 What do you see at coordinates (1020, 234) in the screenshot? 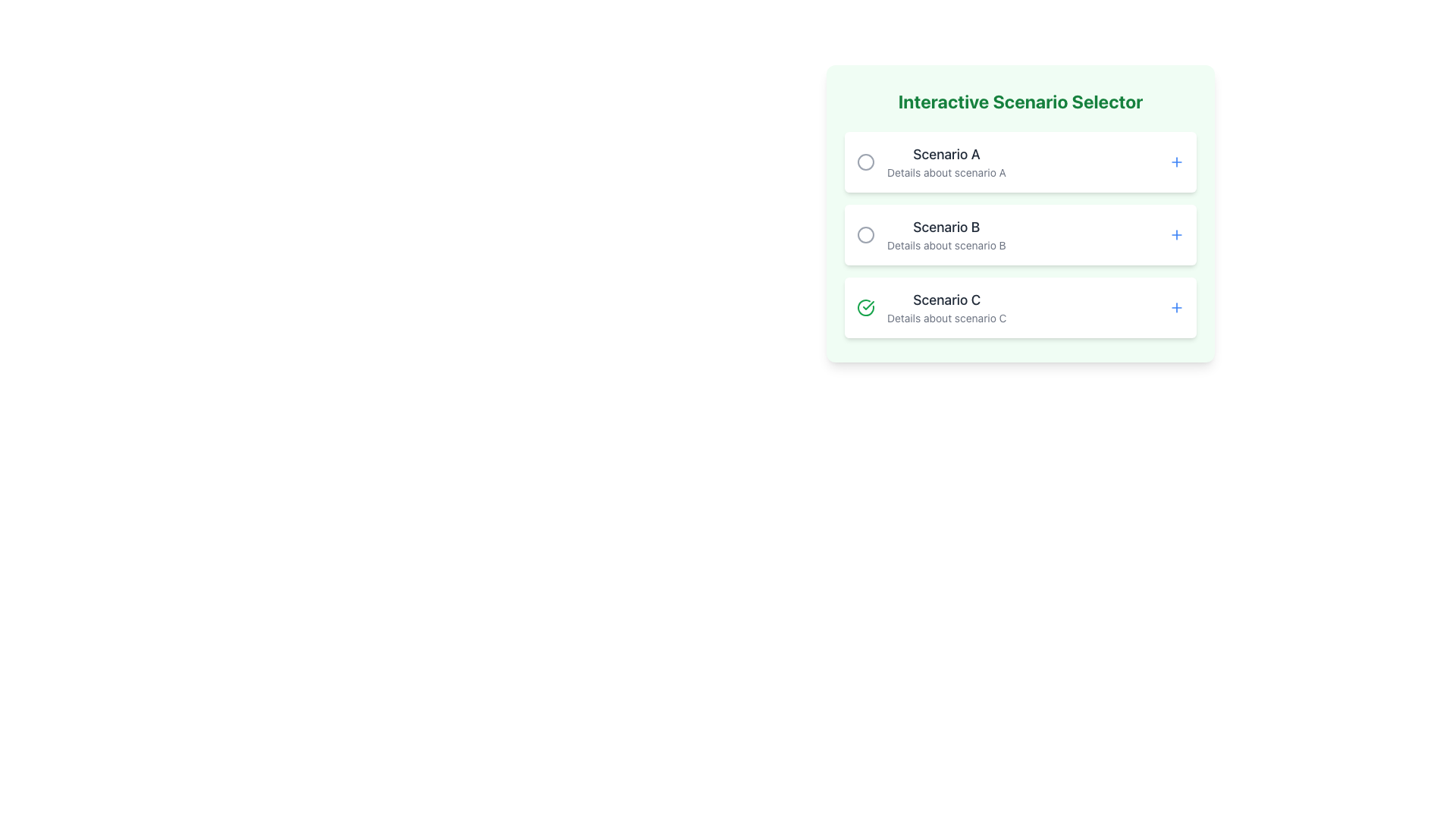
I see `the second item 'Scenario B' in the 'Interactive Scenario Selector' card to possibly highlight it` at bounding box center [1020, 234].